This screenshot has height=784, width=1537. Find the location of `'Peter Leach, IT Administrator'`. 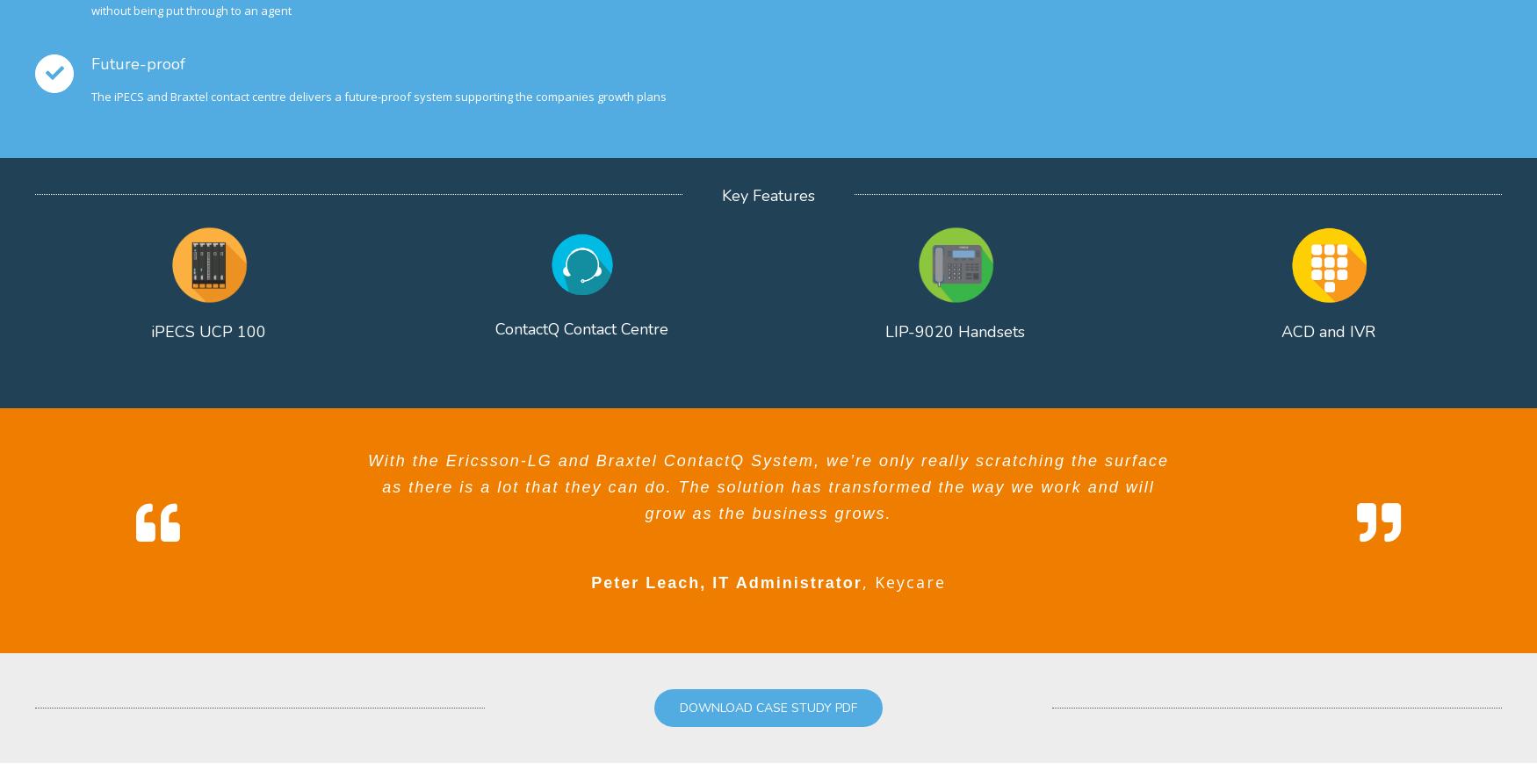

'Peter Leach, IT Administrator' is located at coordinates (726, 583).